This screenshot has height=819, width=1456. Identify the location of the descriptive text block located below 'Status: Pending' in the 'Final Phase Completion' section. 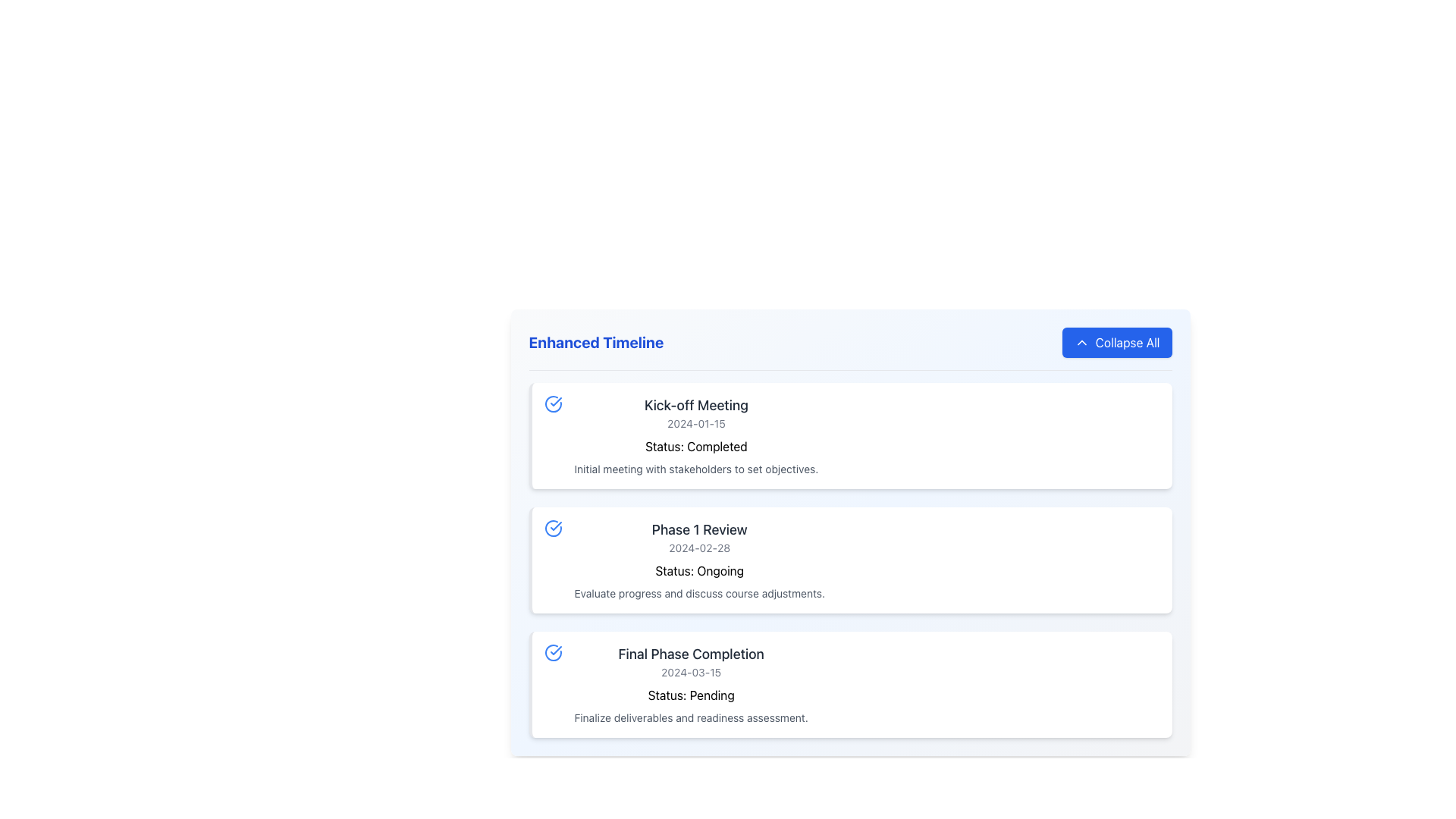
(690, 717).